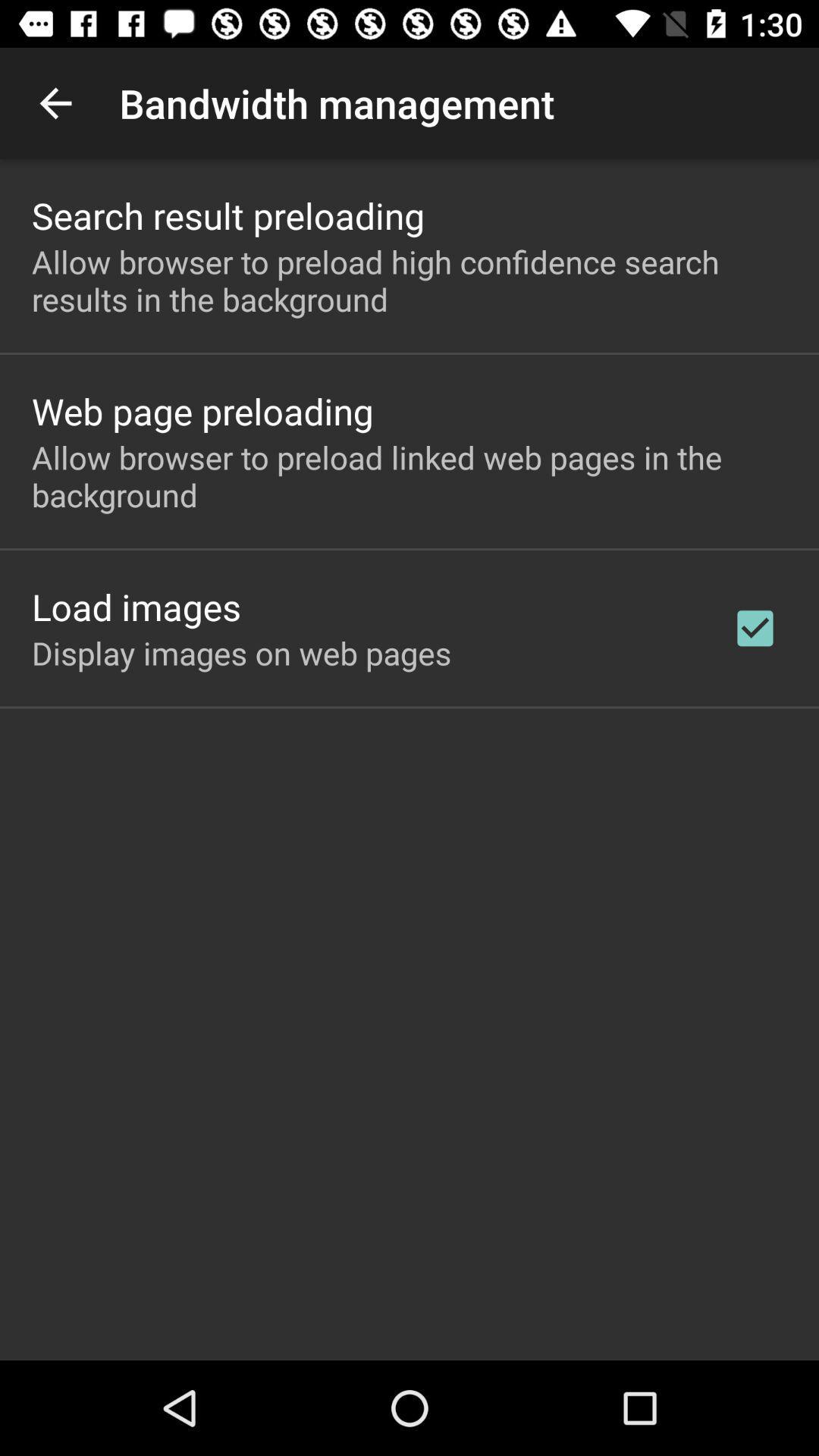  Describe the element at coordinates (136, 607) in the screenshot. I see `load images item` at that location.